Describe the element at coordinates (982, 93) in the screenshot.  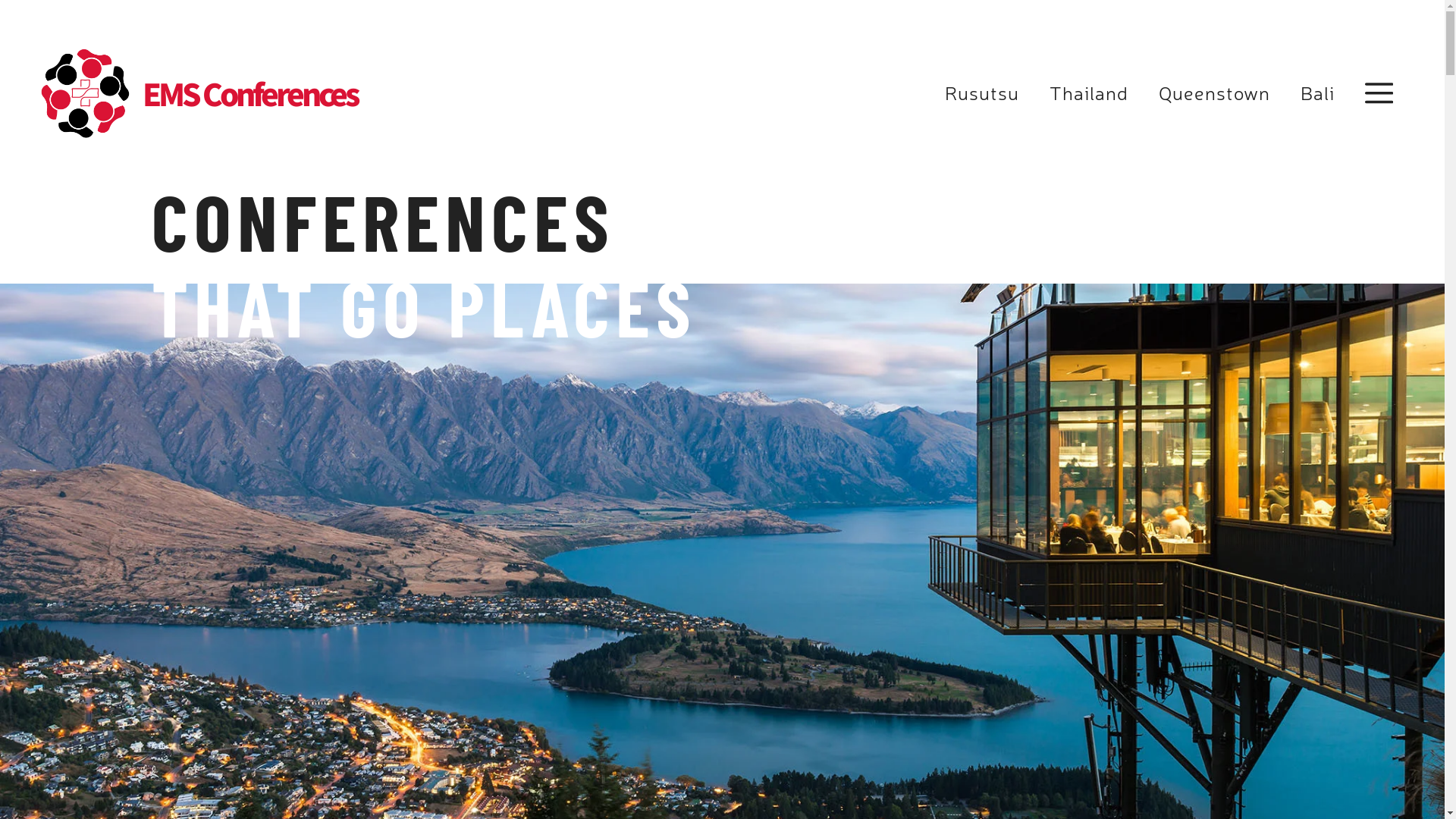
I see `'Rusutsu'` at that location.